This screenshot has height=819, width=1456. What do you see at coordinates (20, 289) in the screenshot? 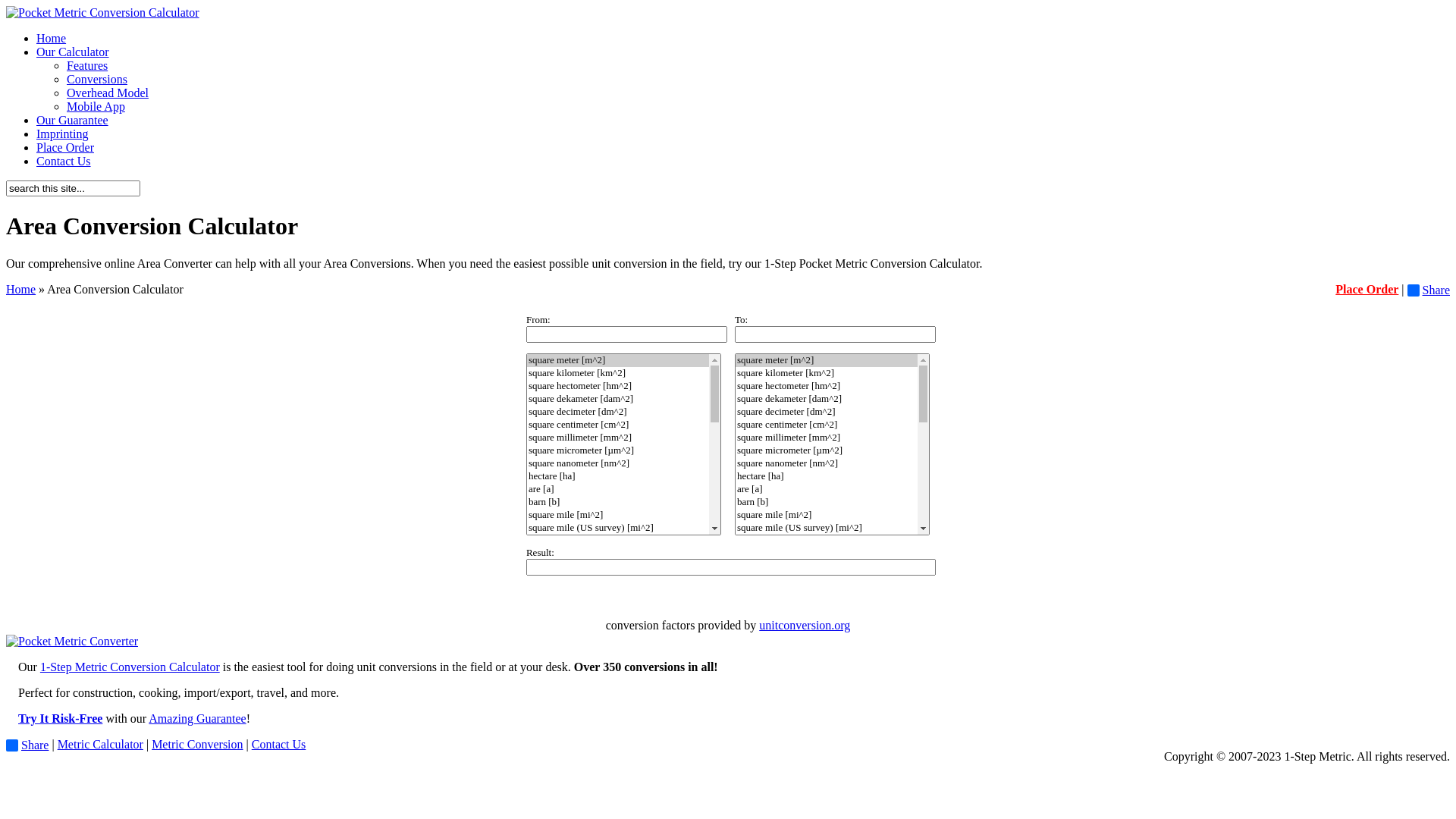
I see `'Home'` at bounding box center [20, 289].